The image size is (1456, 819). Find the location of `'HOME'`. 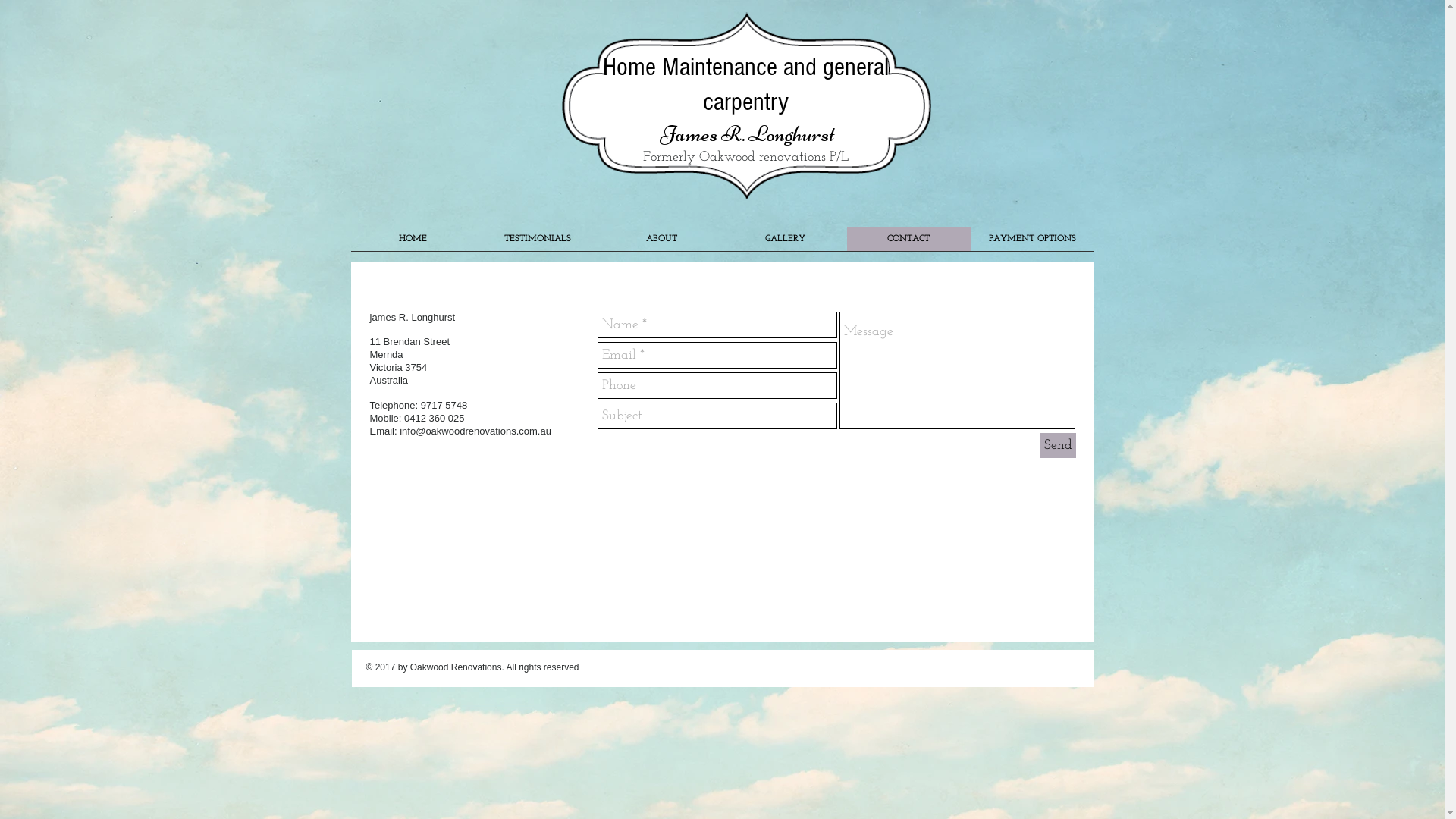

'HOME' is located at coordinates (412, 239).